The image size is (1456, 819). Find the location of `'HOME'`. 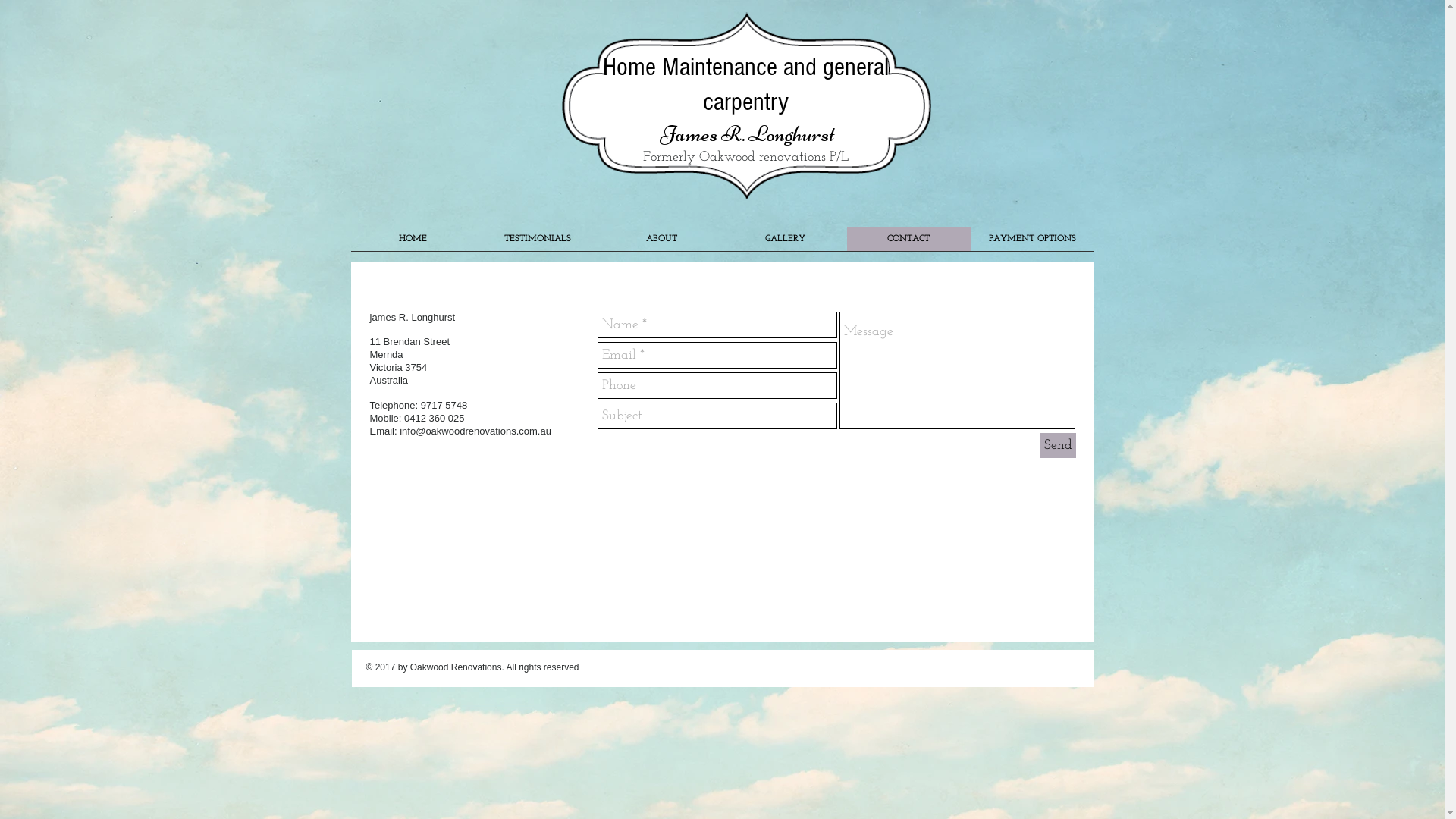

'HOME' is located at coordinates (412, 239).